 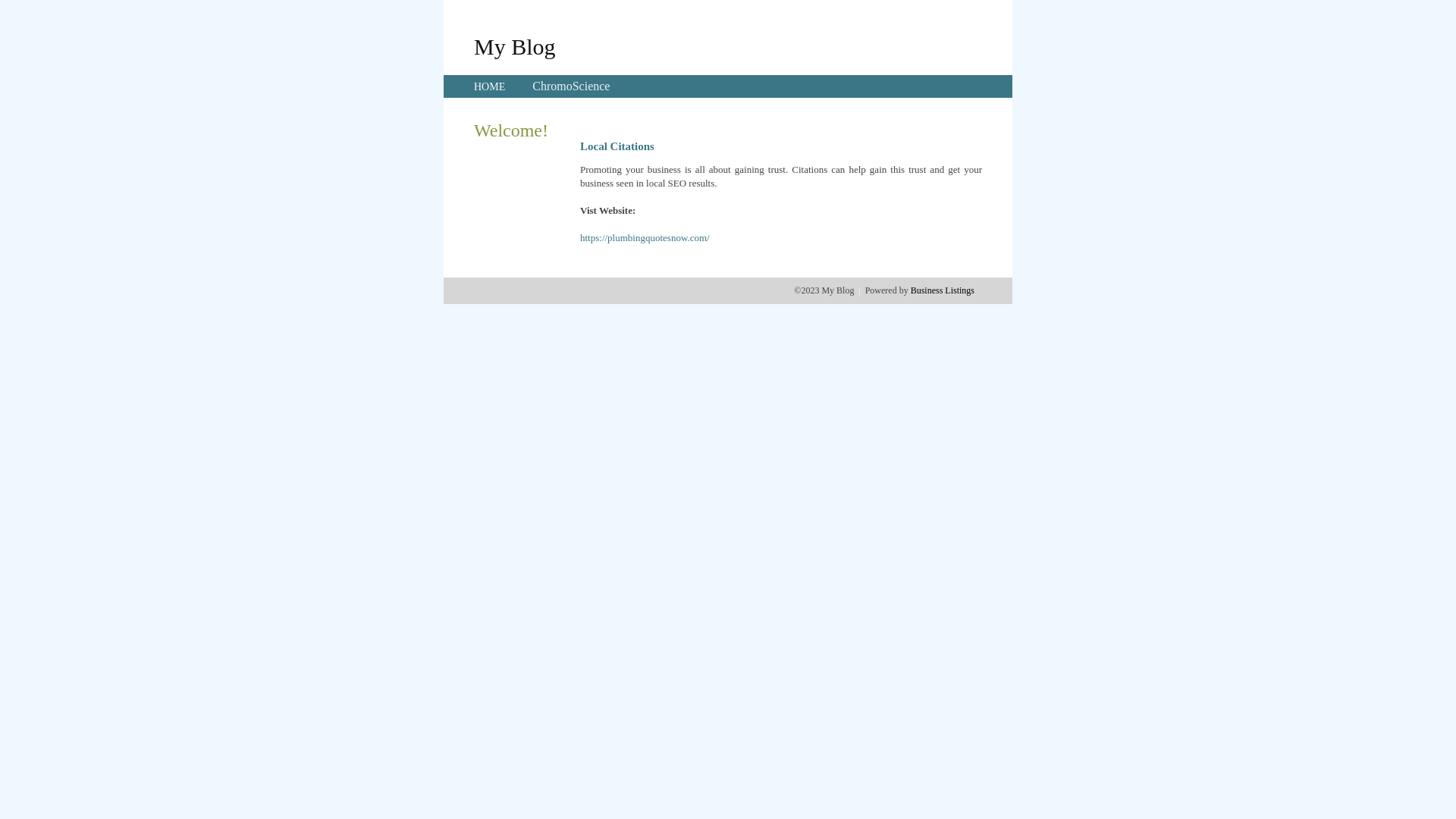 What do you see at coordinates (570, 86) in the screenshot?
I see `'ChromoScience'` at bounding box center [570, 86].